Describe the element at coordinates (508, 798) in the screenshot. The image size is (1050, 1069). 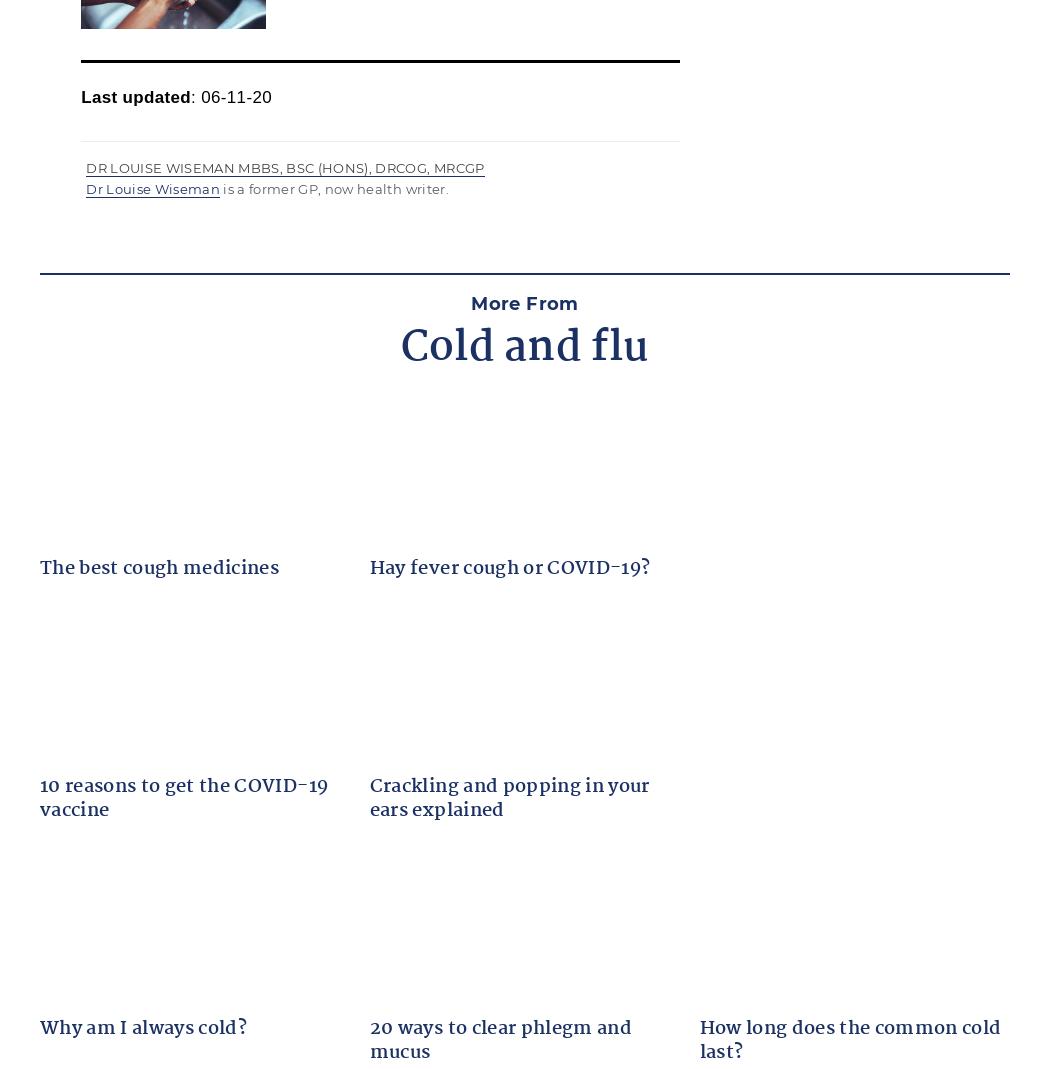
I see `'Crackling and popping in your ears explained'` at that location.